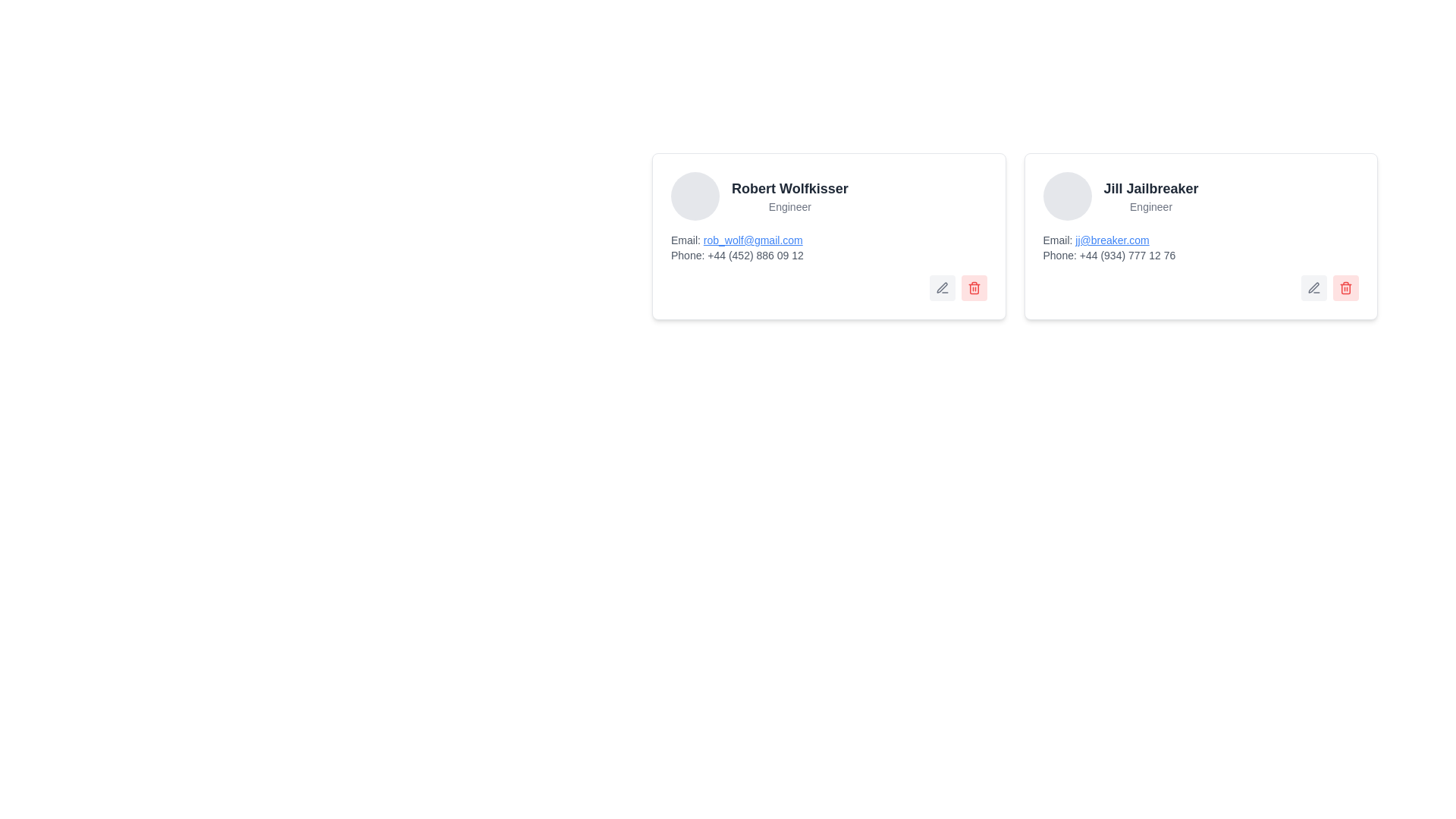  I want to click on the edit button with a pen icon located at the bottom right corner of Robert Wolfkisser's user card, so click(941, 288).